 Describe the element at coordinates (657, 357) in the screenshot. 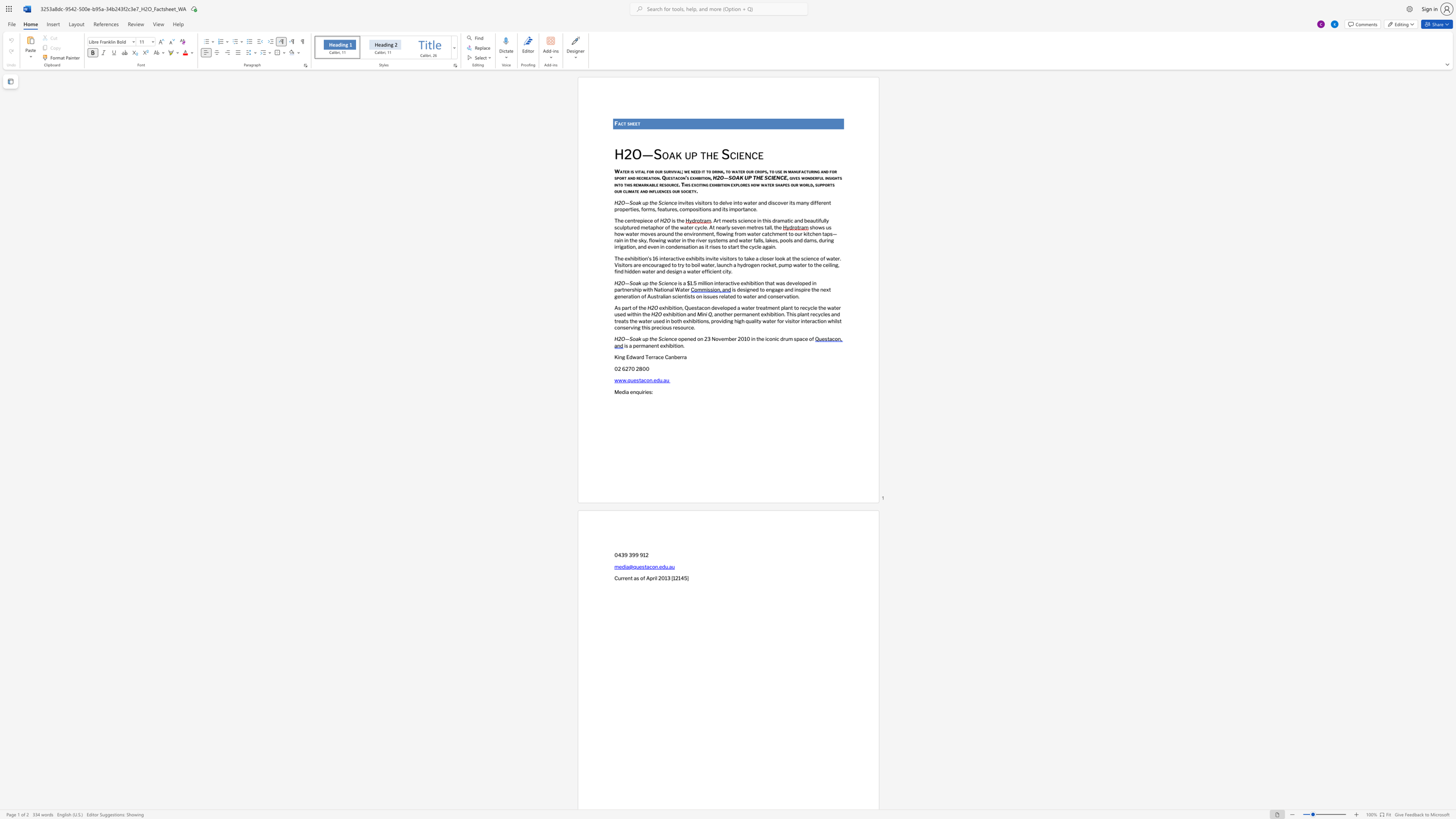

I see `the subset text "ce Canberr" within the text "King Edward Terrace Canberra"` at that location.